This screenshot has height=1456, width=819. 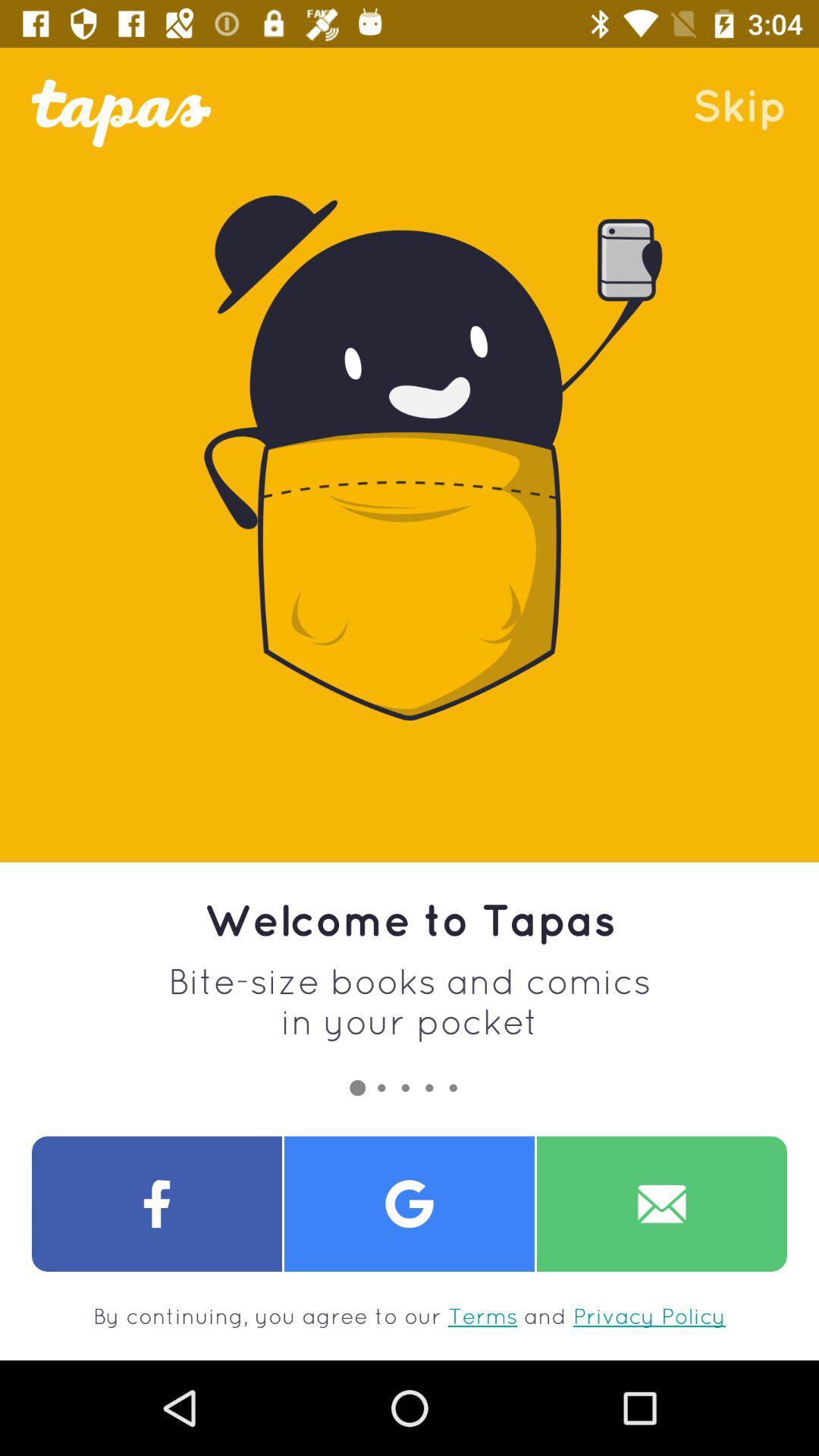 I want to click on the skip item, so click(x=739, y=104).